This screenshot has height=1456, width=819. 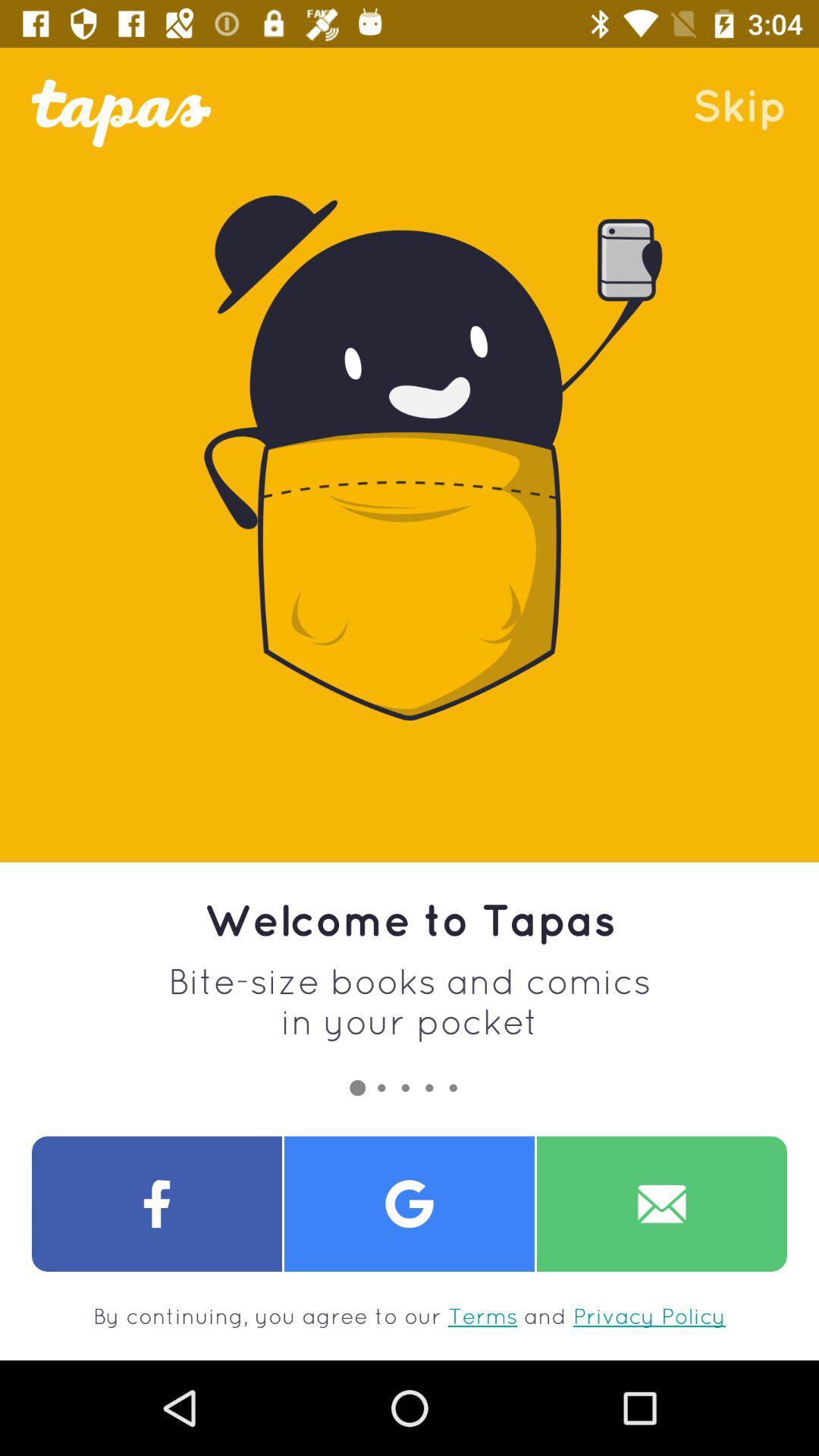 I want to click on the skip item, so click(x=739, y=104).